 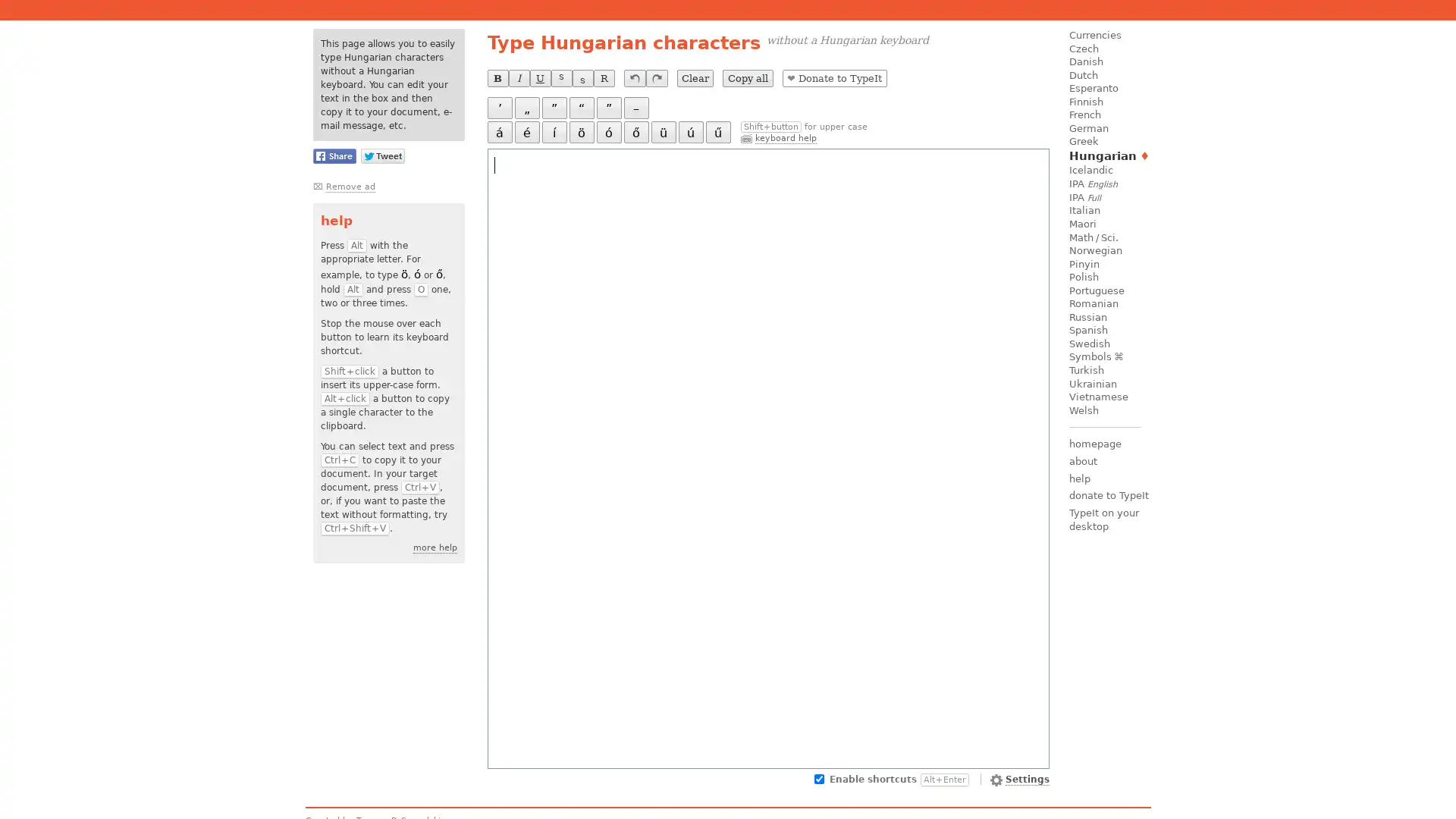 I want to click on I, so click(x=518, y=78).